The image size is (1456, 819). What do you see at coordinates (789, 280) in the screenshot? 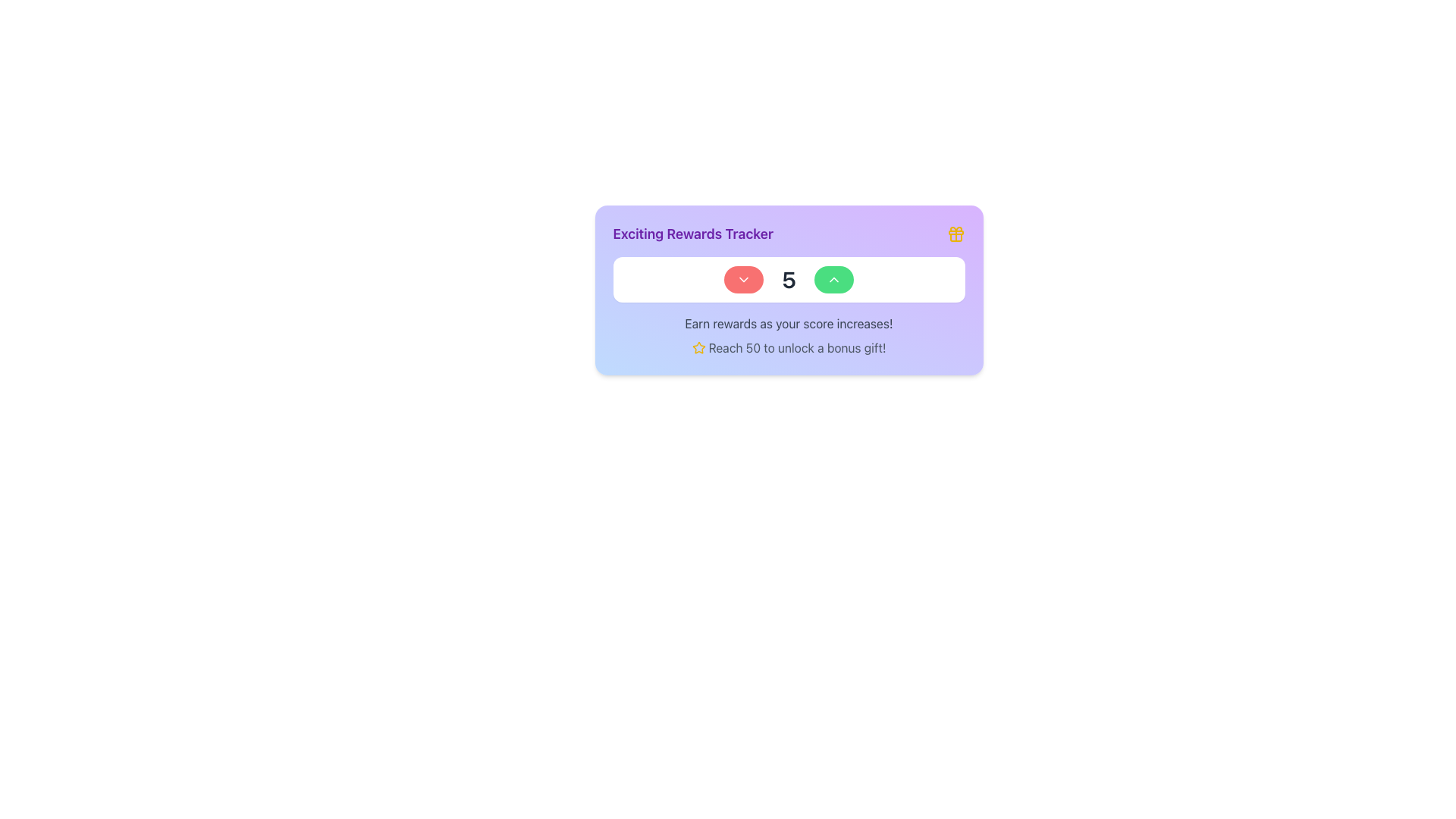
I see `the centered numerical display showing '5', styled with a bold, large font and dark color, which is located between the red decrement button and the green increment button` at bounding box center [789, 280].